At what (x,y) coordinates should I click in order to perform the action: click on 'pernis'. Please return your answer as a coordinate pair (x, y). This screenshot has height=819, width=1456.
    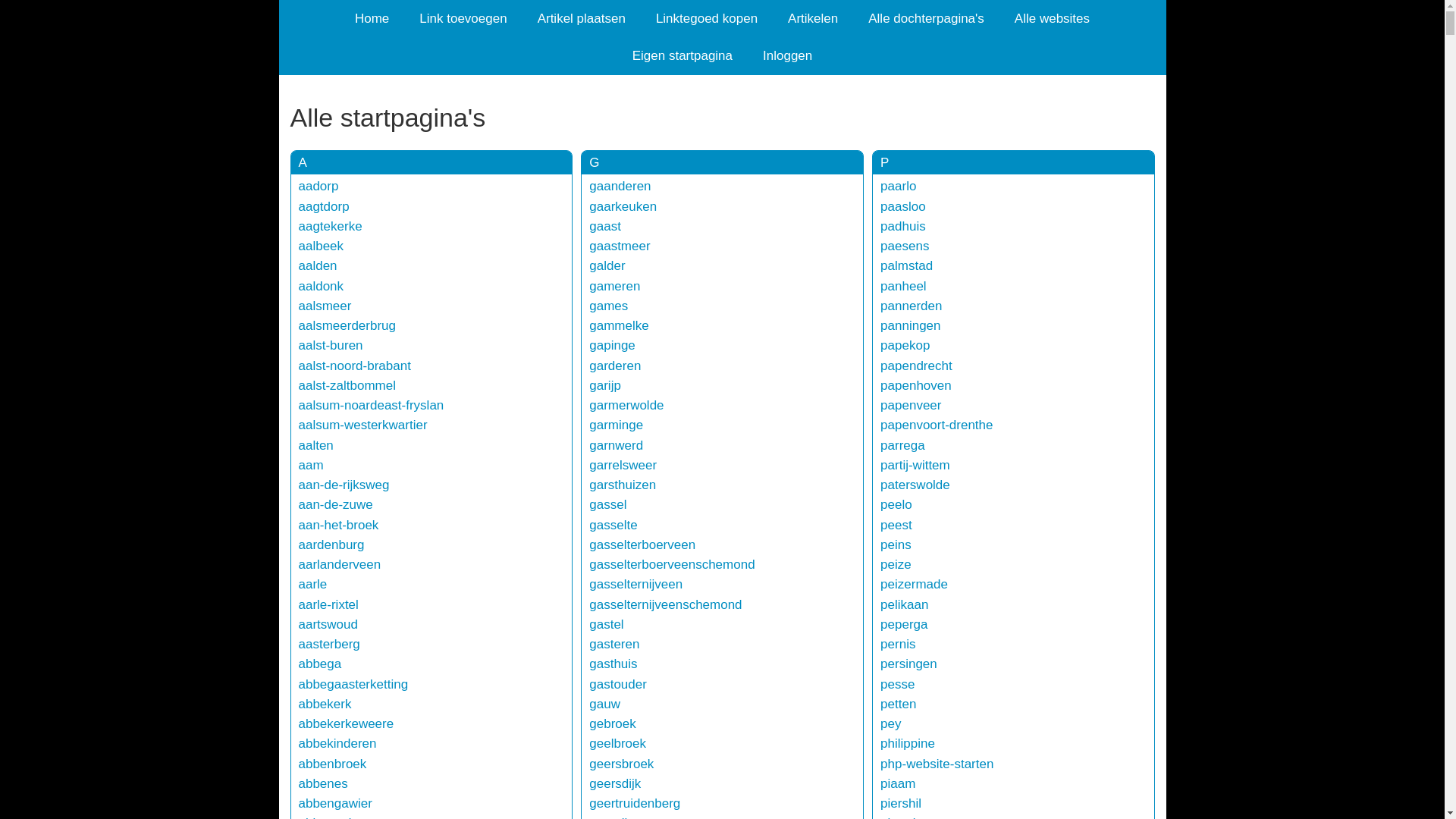
    Looking at the image, I should click on (898, 644).